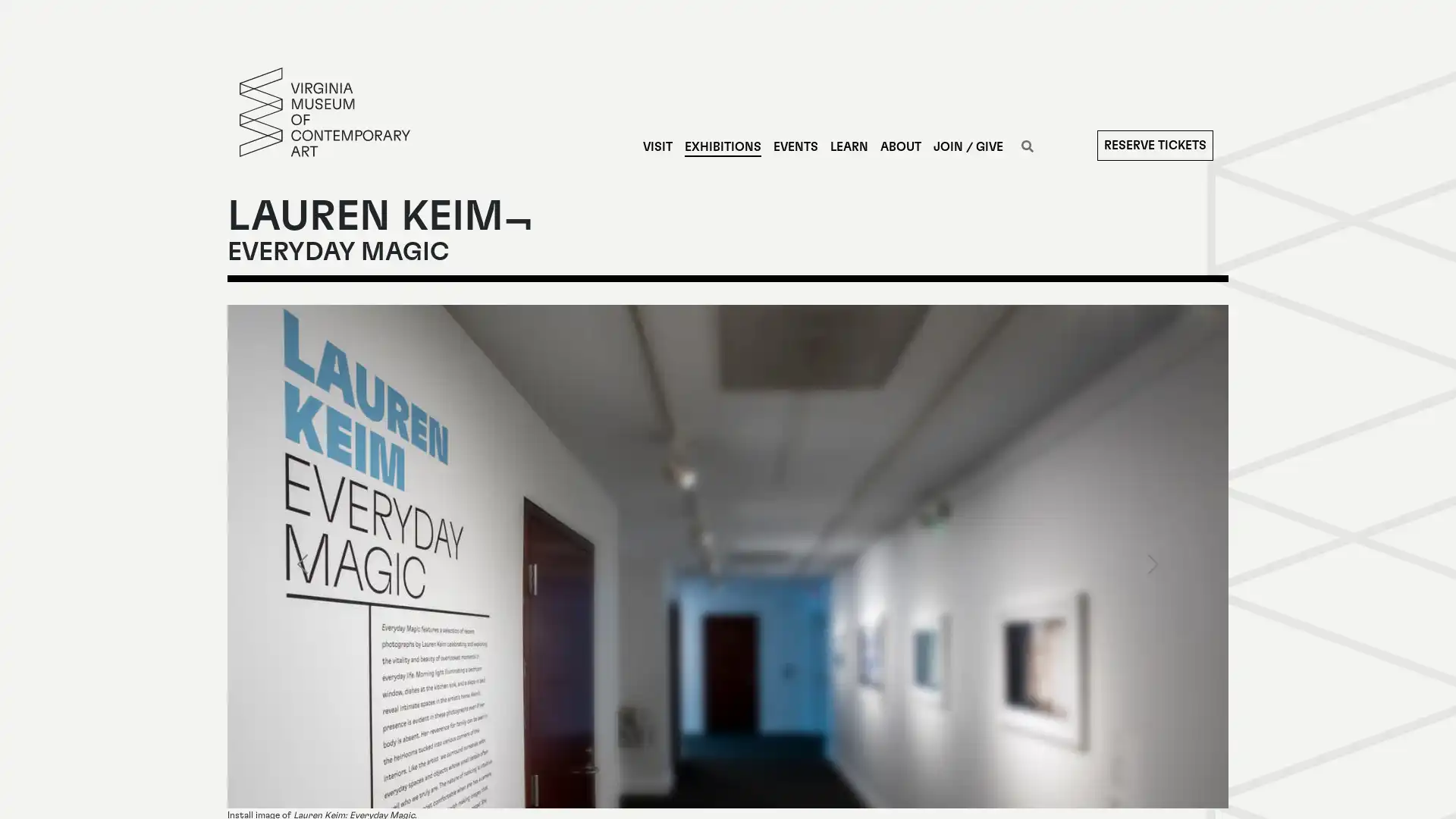 The width and height of the screenshot is (1456, 819). Describe the element at coordinates (847, 146) in the screenshot. I see `LEARN` at that location.